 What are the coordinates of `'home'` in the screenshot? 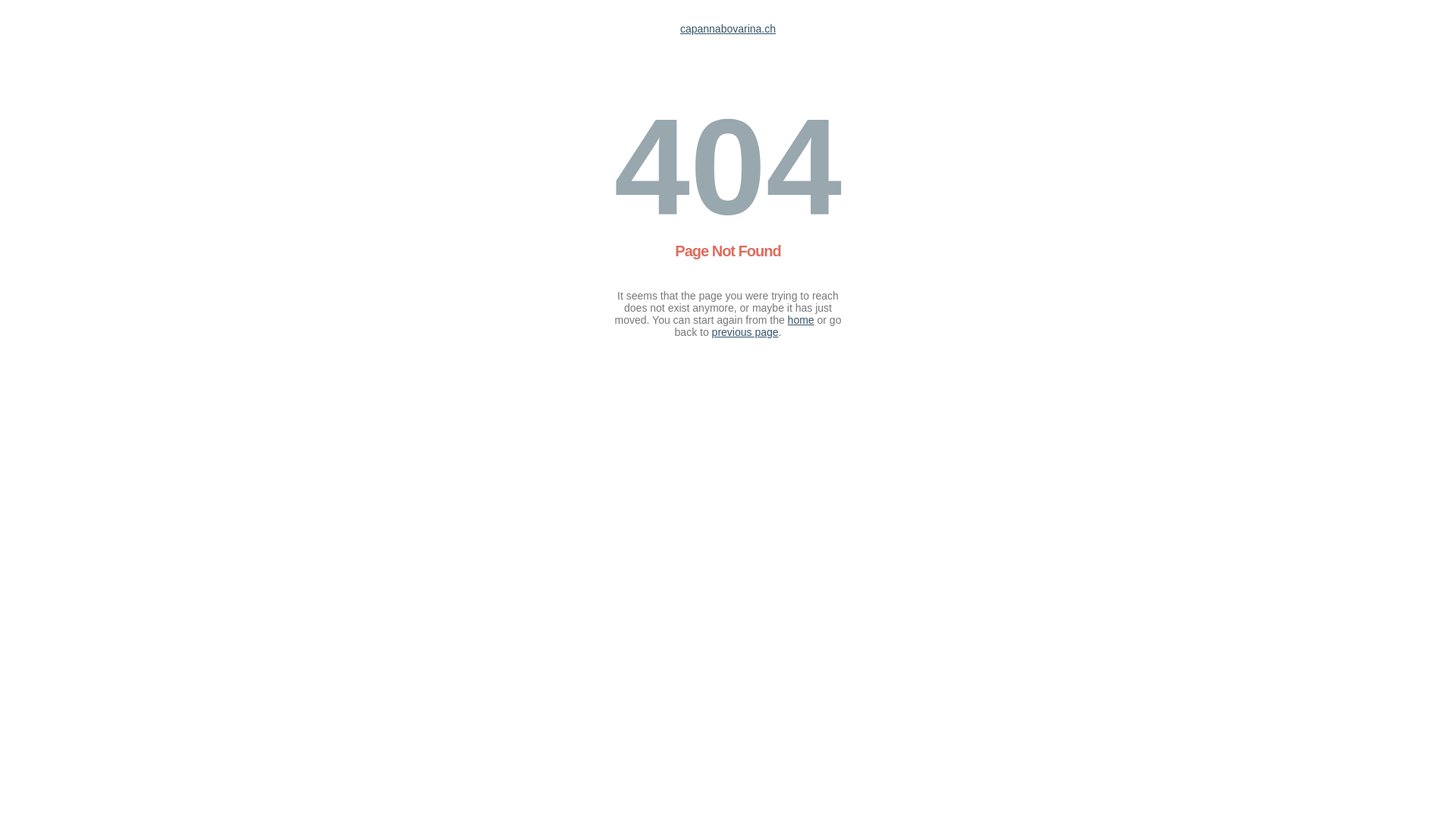 It's located at (800, 318).